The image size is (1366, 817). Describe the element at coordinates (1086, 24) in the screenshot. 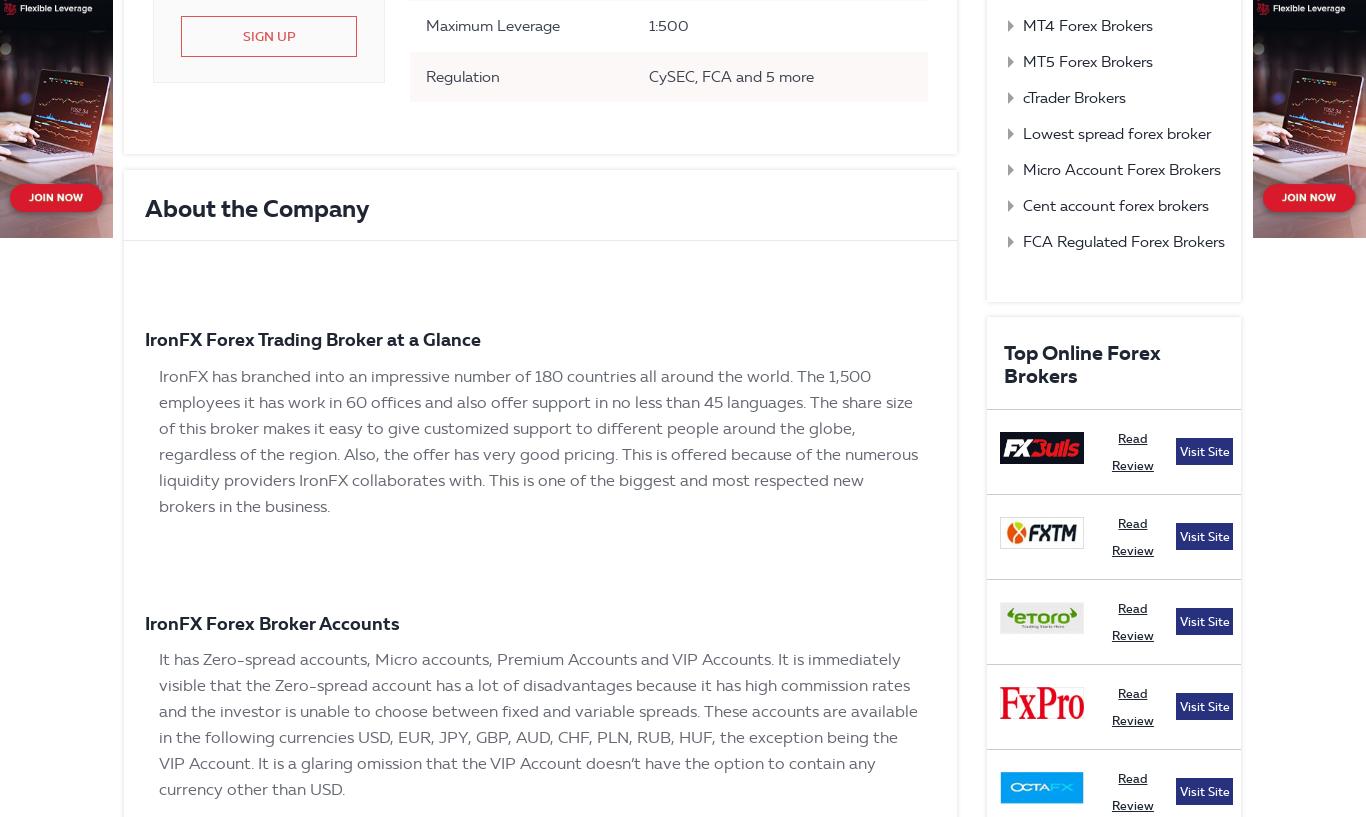

I see `'MT4 Forex Brokers'` at that location.